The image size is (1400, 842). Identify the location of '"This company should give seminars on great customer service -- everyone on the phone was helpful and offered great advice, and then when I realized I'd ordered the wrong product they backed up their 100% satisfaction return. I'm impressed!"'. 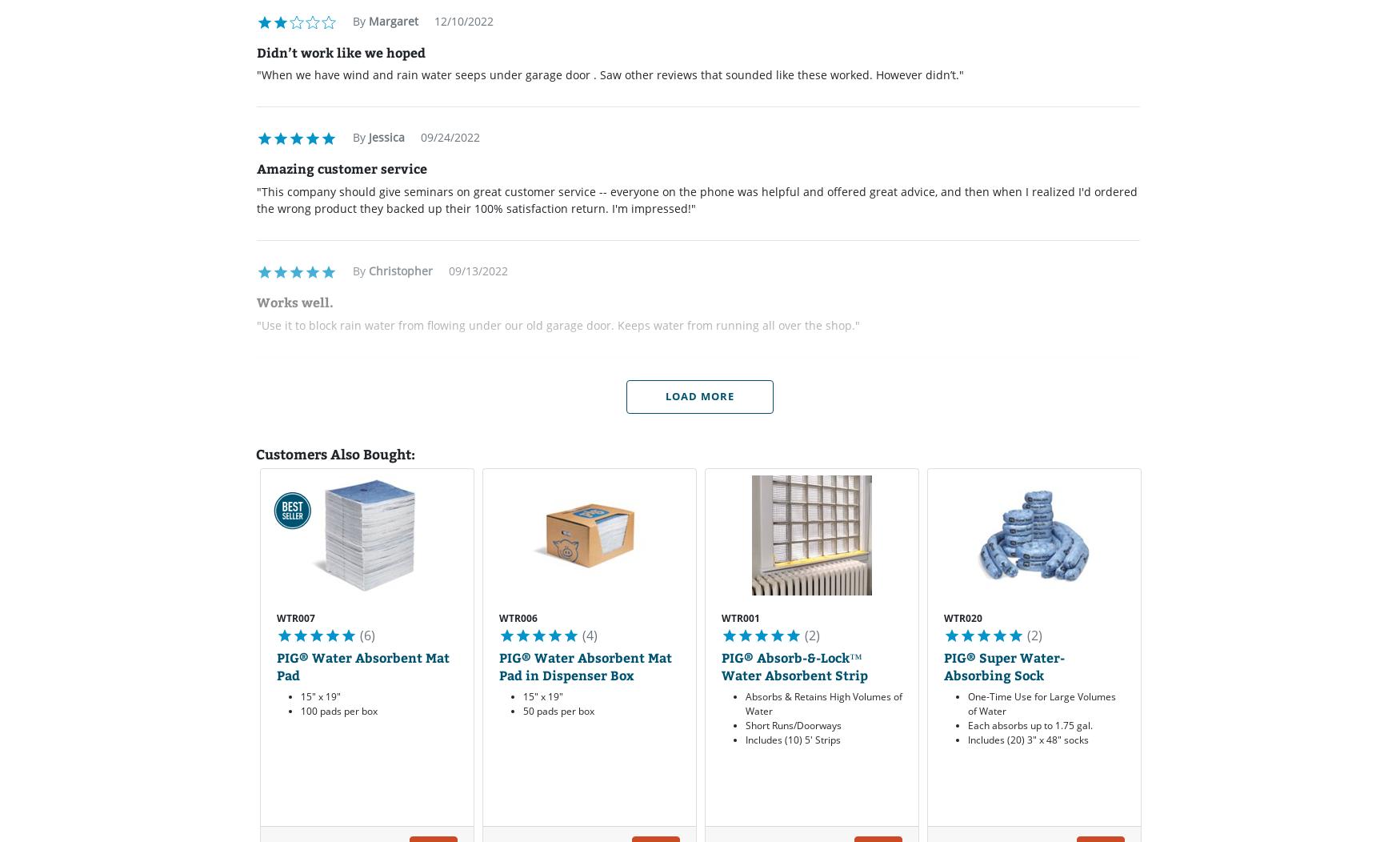
(697, 198).